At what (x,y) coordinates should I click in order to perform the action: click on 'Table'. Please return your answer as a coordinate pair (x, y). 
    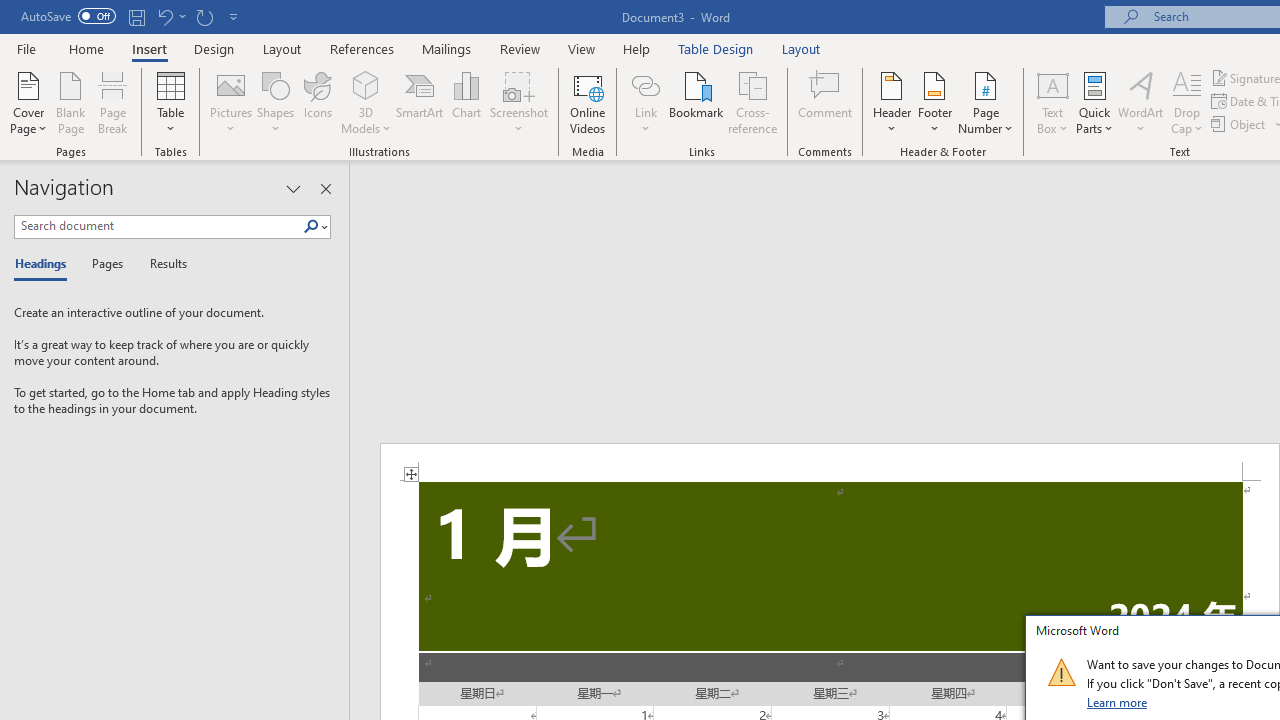
    Looking at the image, I should click on (170, 103).